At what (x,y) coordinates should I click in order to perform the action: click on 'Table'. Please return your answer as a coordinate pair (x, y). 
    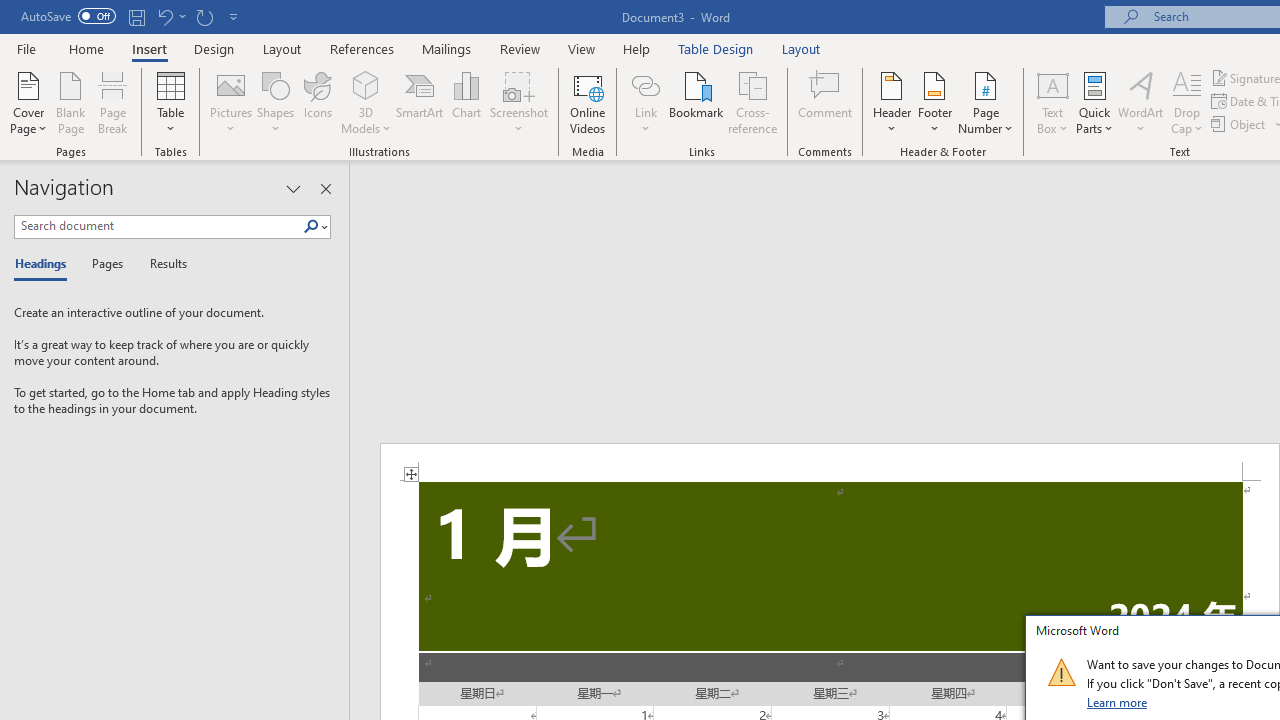
    Looking at the image, I should click on (170, 103).